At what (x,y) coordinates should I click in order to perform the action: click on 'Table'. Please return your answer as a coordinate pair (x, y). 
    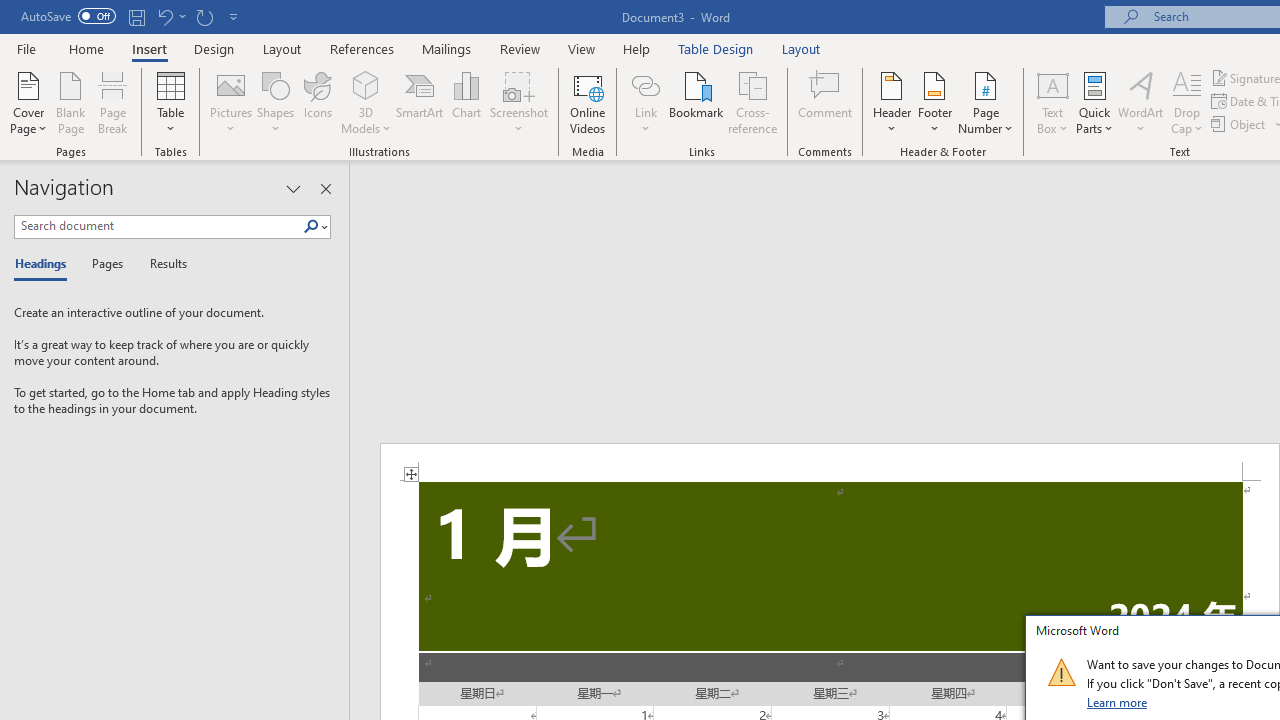
    Looking at the image, I should click on (170, 103).